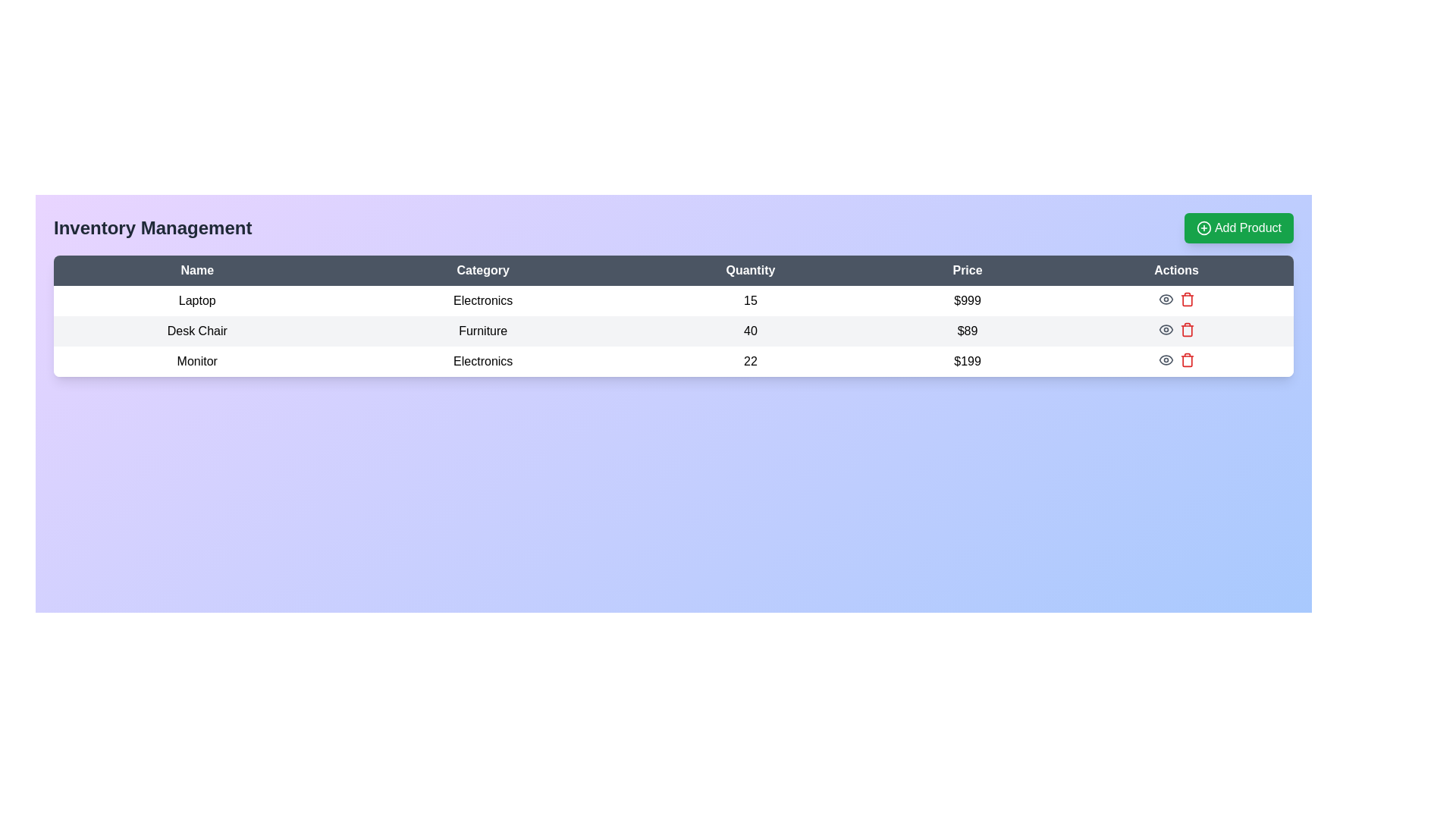 The width and height of the screenshot is (1456, 819). What do you see at coordinates (1185, 299) in the screenshot?
I see `the interactive red trash icon located in the 'Actions' column of the first row of the tabular interface` at bounding box center [1185, 299].